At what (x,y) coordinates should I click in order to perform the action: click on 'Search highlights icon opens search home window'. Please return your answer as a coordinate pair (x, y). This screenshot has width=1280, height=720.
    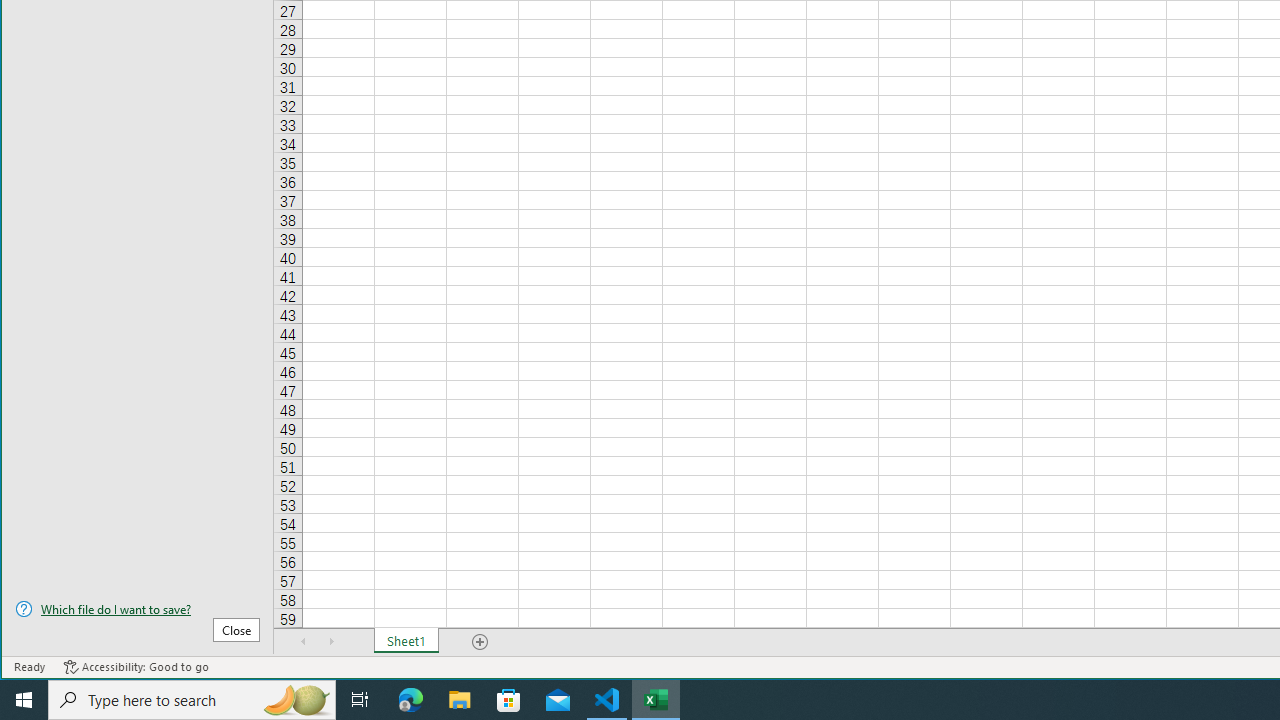
    Looking at the image, I should click on (294, 698).